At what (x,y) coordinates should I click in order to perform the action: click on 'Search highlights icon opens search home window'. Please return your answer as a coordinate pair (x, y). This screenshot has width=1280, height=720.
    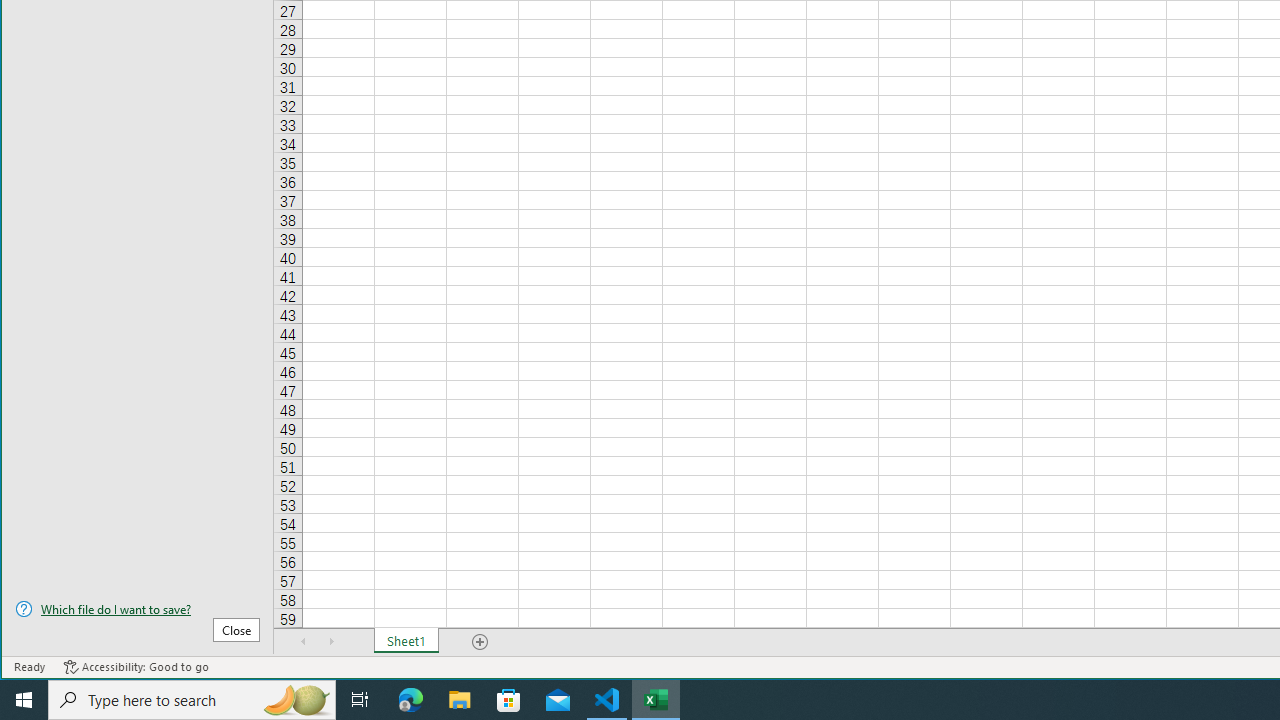
    Looking at the image, I should click on (294, 698).